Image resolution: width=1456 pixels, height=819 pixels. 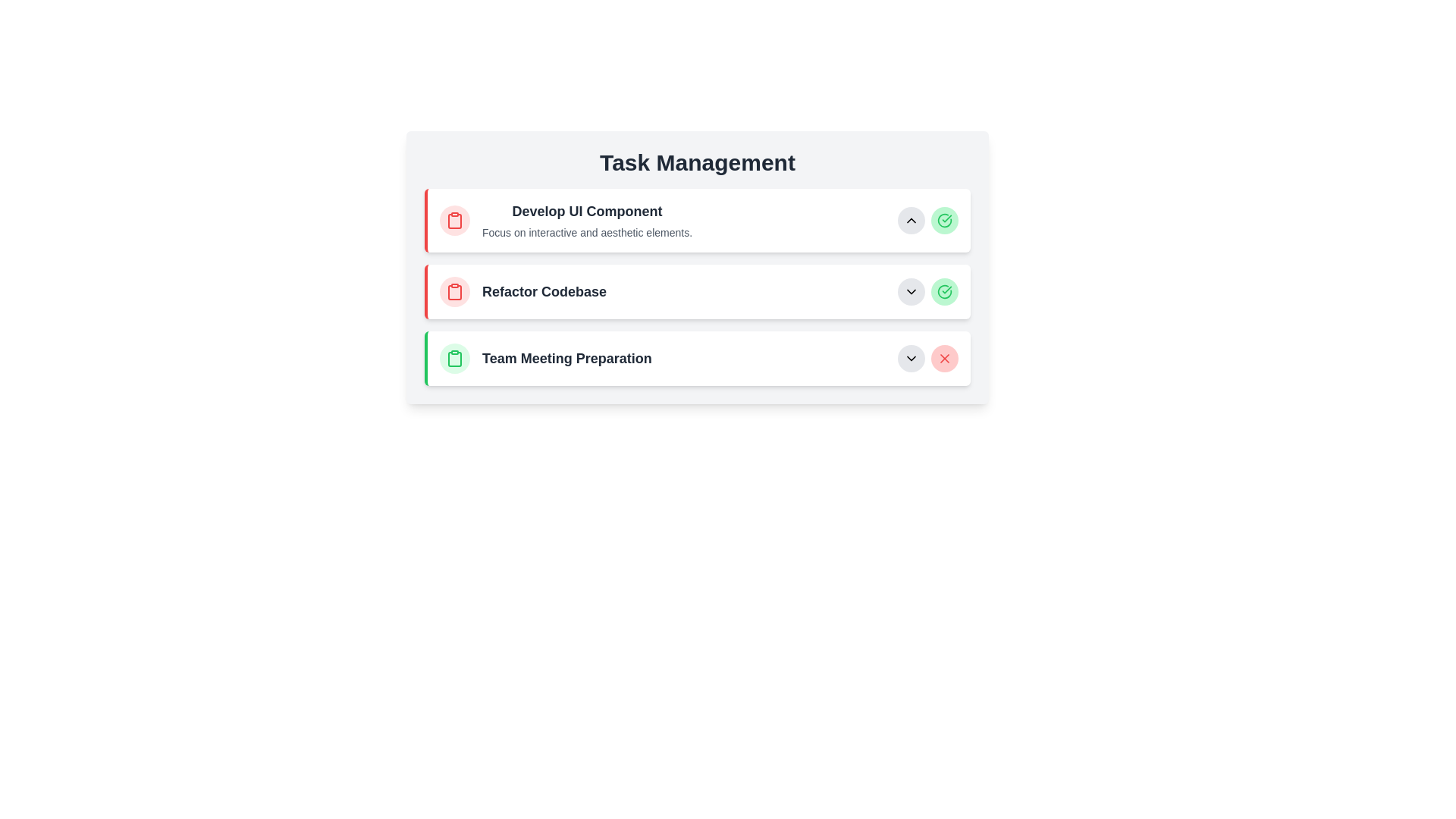 I want to click on the circular green button with a checkmark inside, located to the right of the text 'Develop UI Component', to mark the task as complete, so click(x=944, y=220).